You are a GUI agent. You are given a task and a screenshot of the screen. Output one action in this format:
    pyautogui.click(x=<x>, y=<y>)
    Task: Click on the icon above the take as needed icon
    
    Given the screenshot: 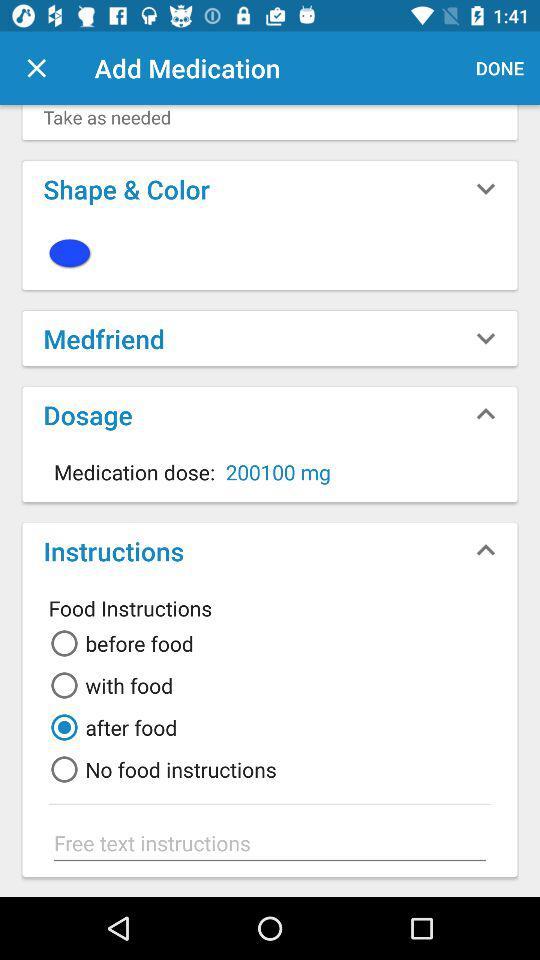 What is the action you would take?
    pyautogui.click(x=499, y=68)
    